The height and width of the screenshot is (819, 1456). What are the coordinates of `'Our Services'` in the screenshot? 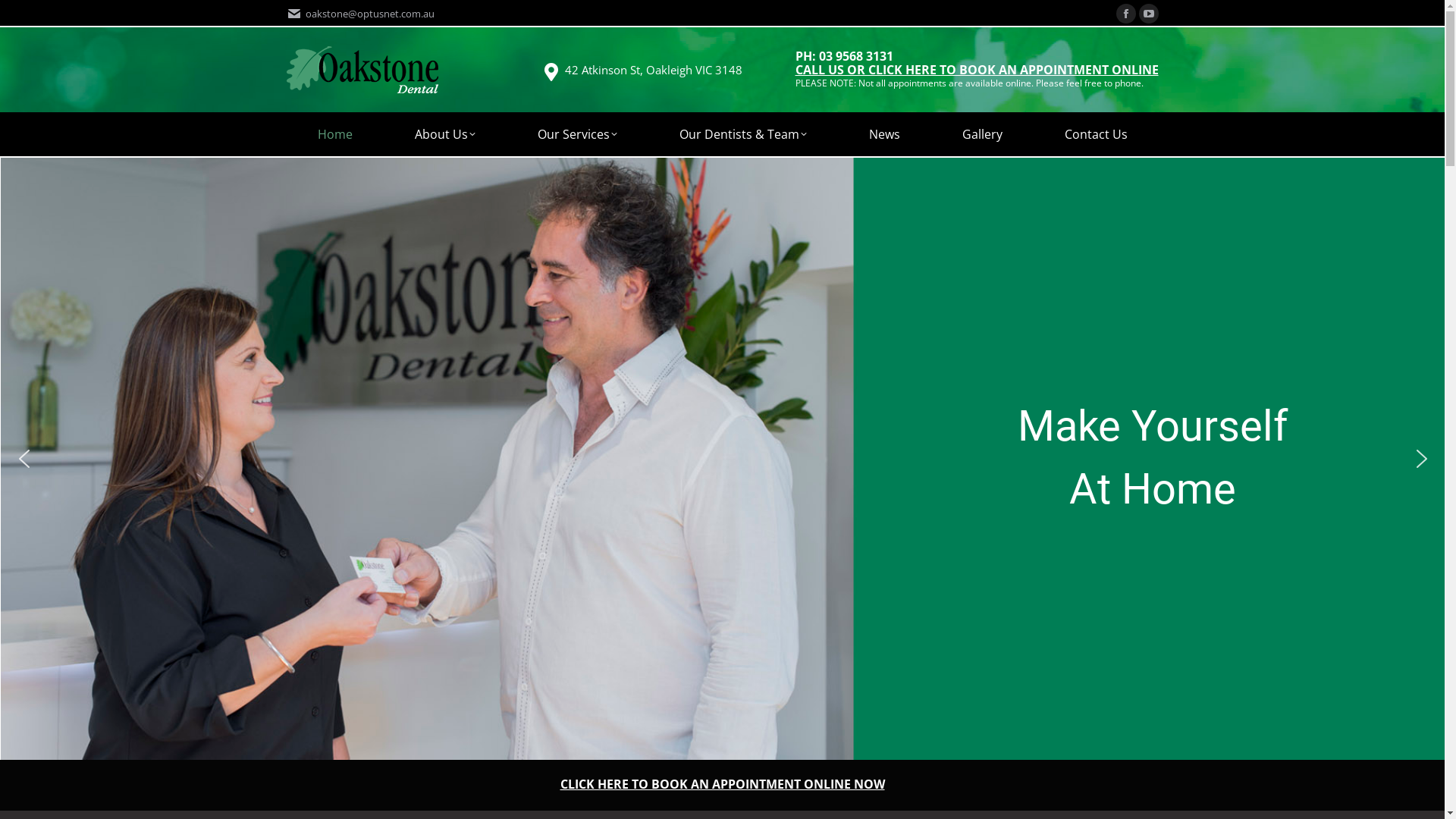 It's located at (576, 133).